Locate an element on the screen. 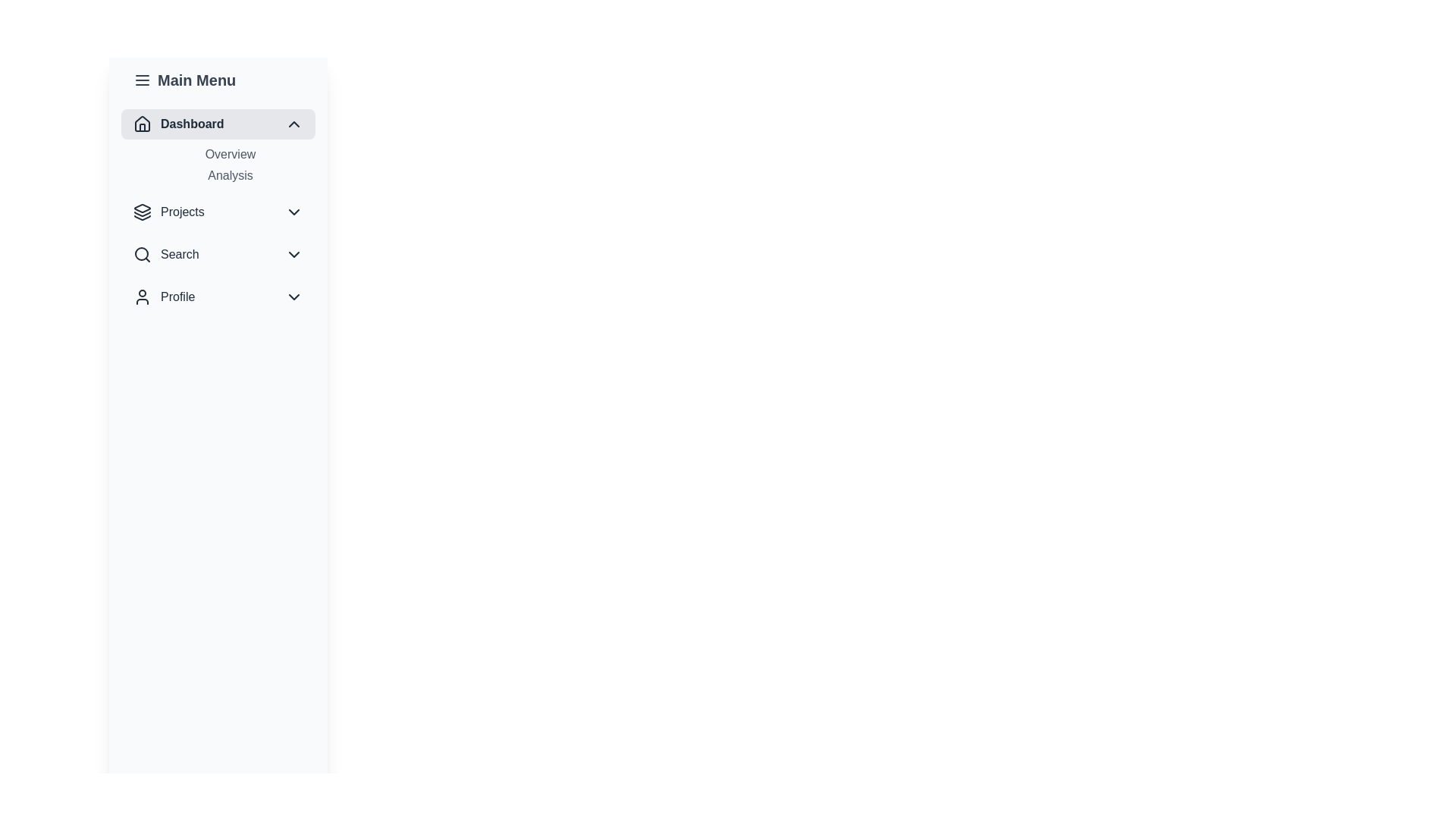 This screenshot has width=1456, height=819. the house-shaped icon in the navigation menu, which is characterized by a simplistic outline design with a triangular roof and a door-like structure is located at coordinates (142, 122).